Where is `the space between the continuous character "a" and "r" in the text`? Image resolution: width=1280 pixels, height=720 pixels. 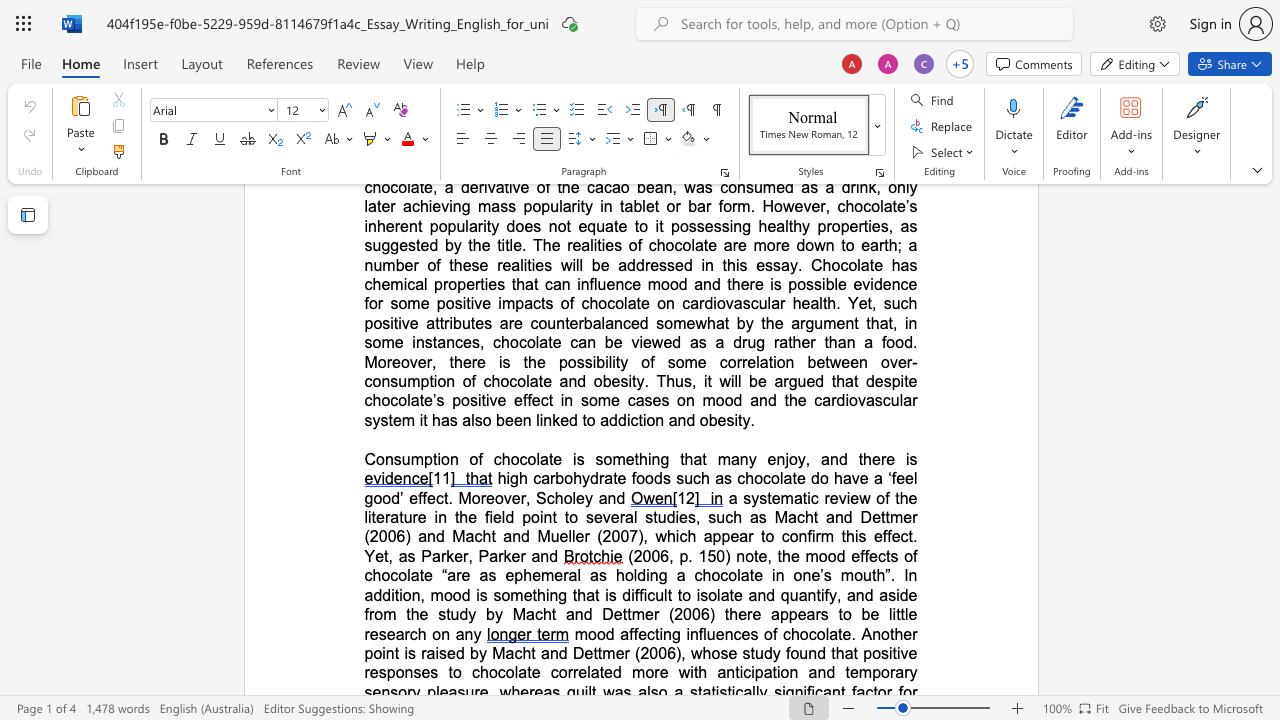 the space between the continuous character "a" and "r" in the text is located at coordinates (746, 535).